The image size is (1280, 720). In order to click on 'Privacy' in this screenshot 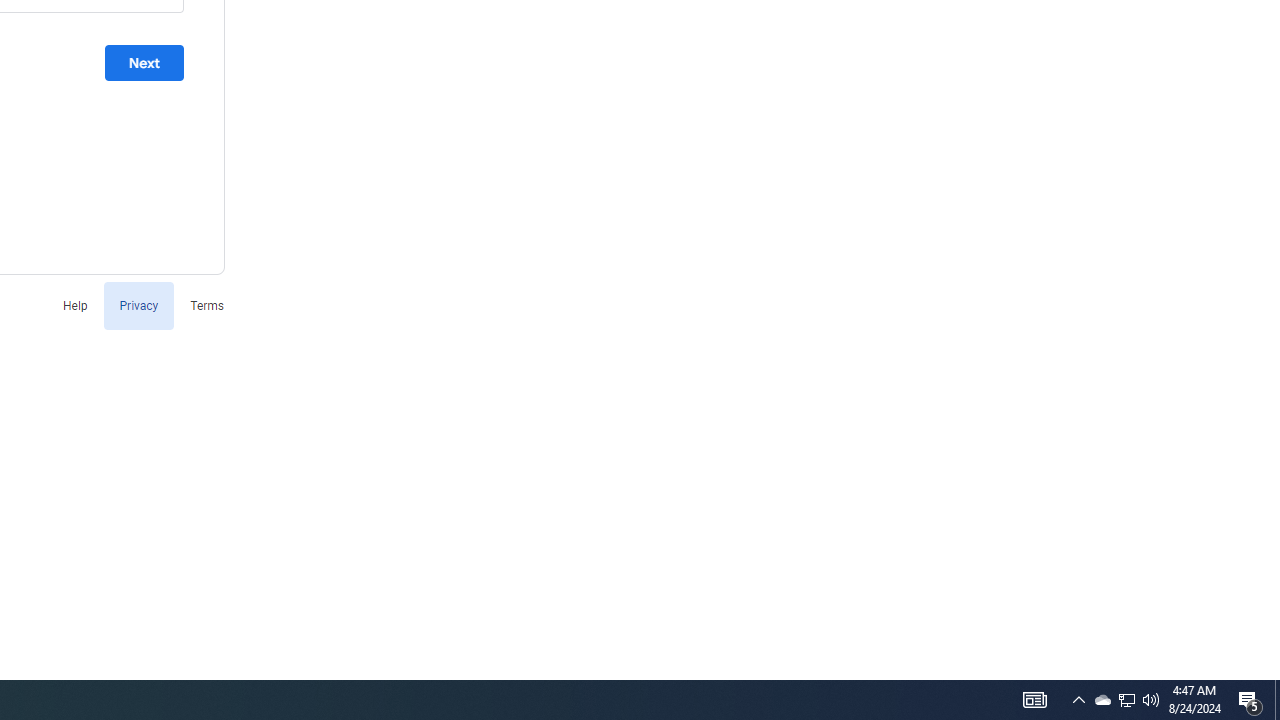, I will do `click(137, 305)`.